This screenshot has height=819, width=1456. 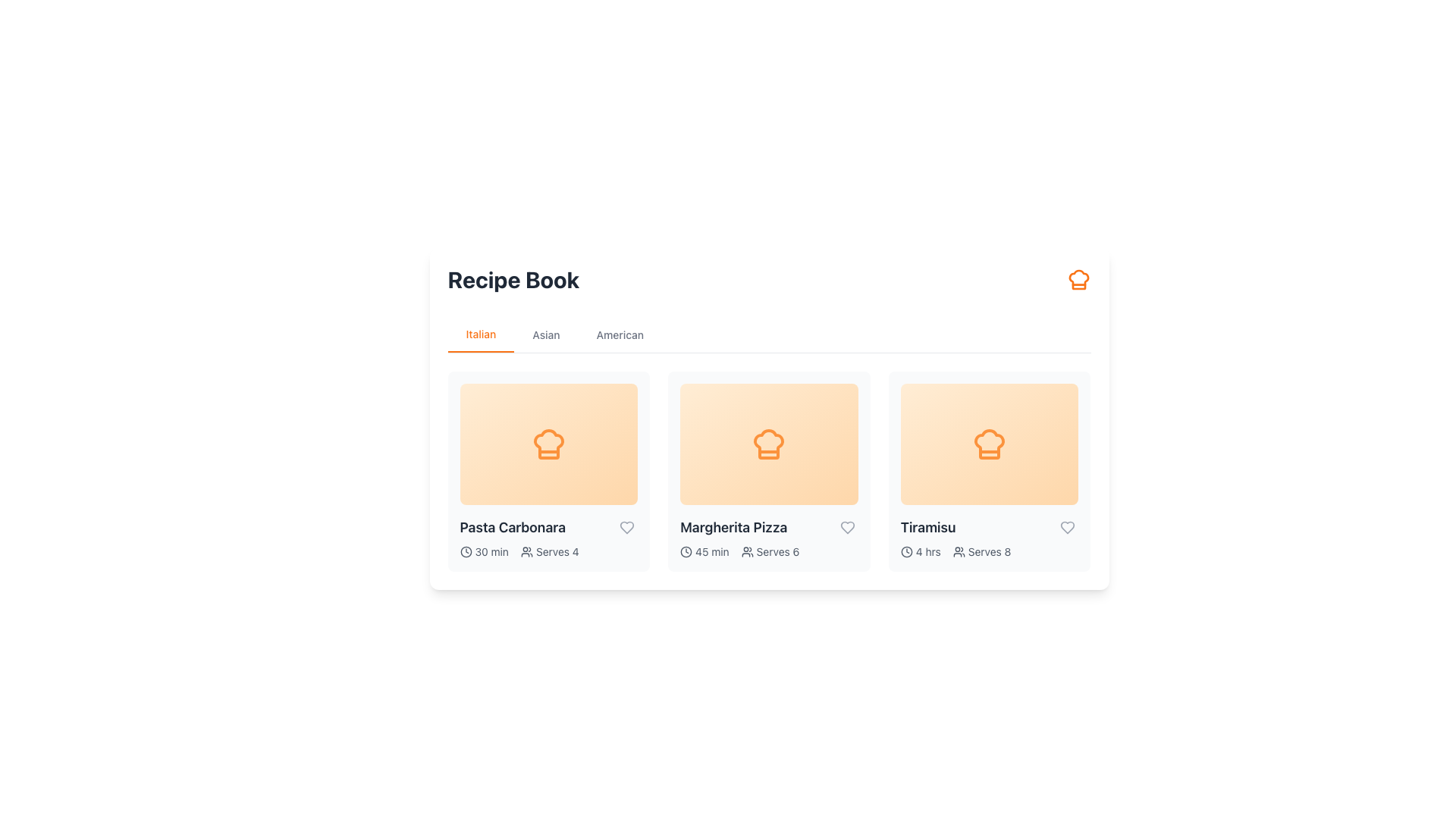 I want to click on the favorite icon located at the bottom right corner of the 'Margherita Pizza' card in the recipe list, so click(x=846, y=526).